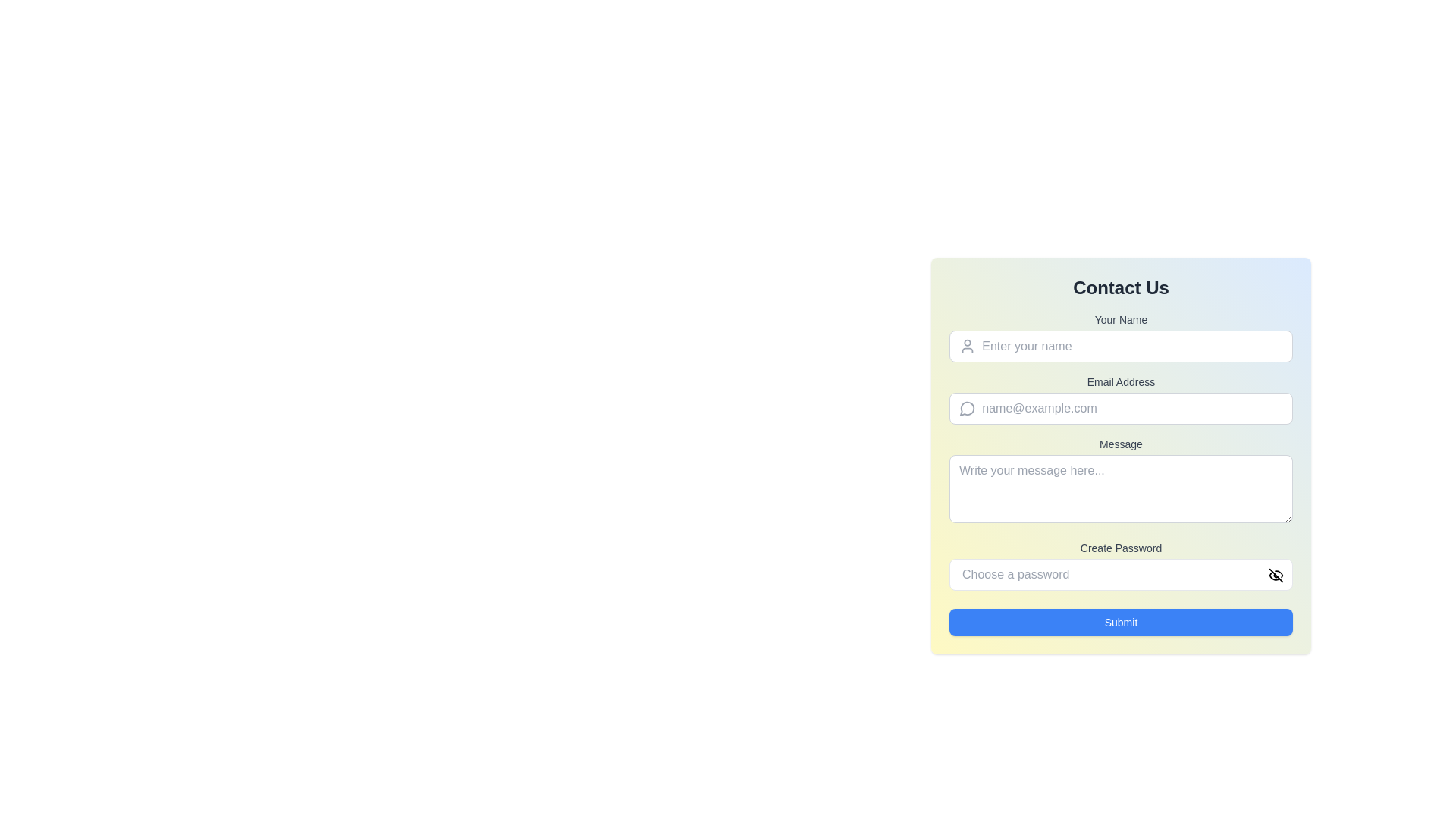  Describe the element at coordinates (1121, 444) in the screenshot. I see `the text label displaying 'Message', which is styled with a small font size and medium weight, located above the multiline text input field` at that location.